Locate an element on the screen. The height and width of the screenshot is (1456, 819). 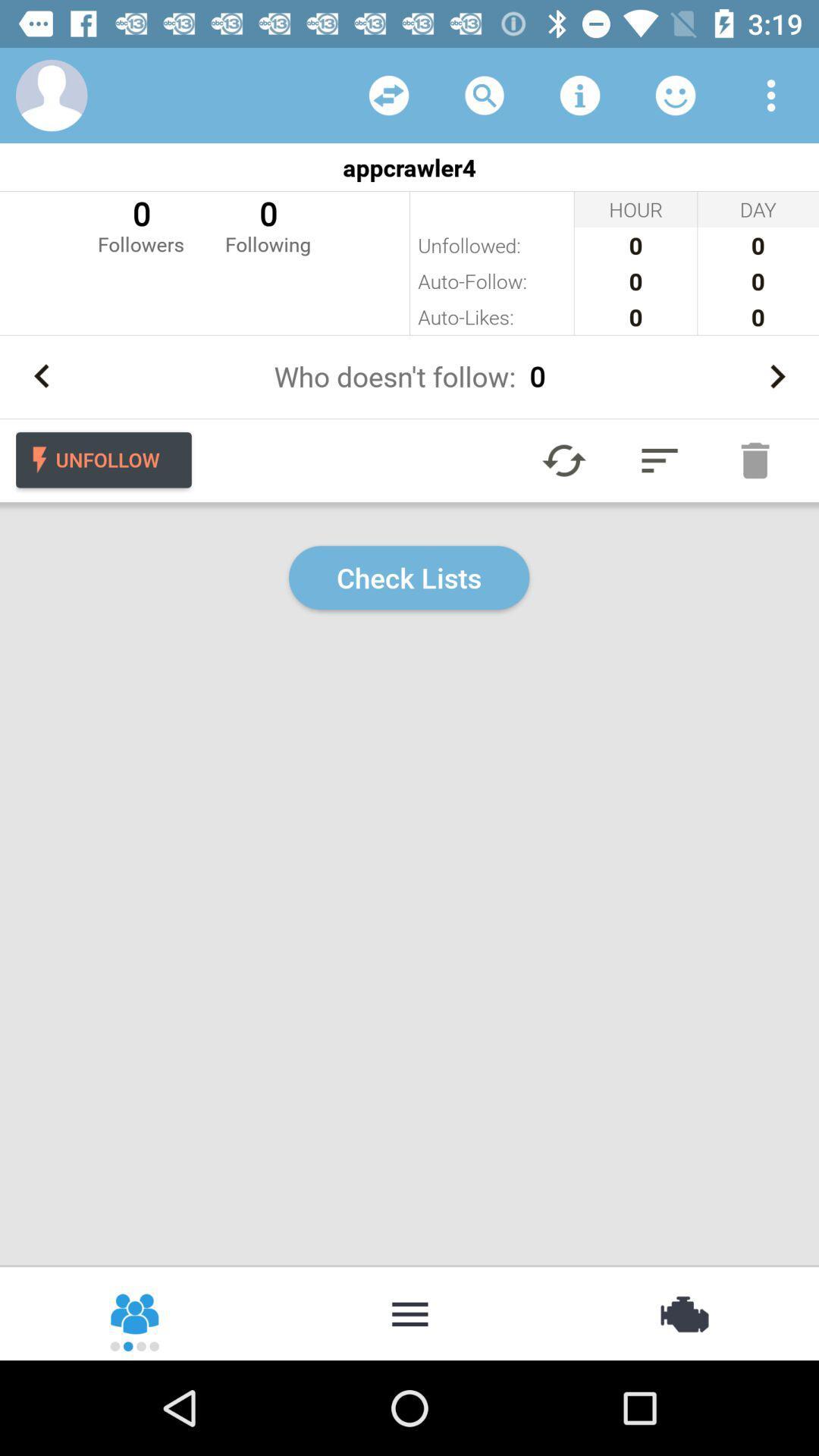
settings is located at coordinates (771, 94).